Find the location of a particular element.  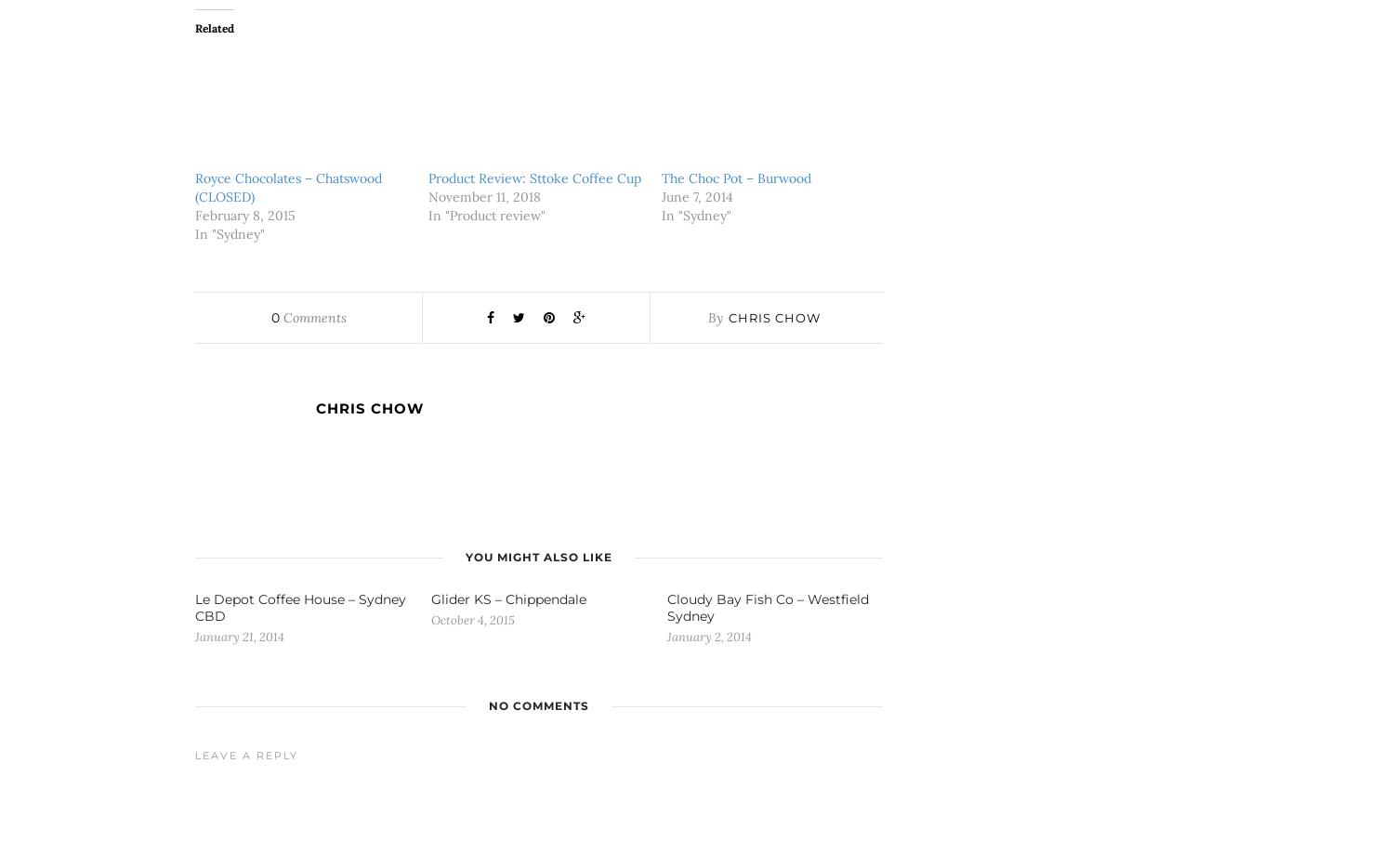

'0' is located at coordinates (274, 317).